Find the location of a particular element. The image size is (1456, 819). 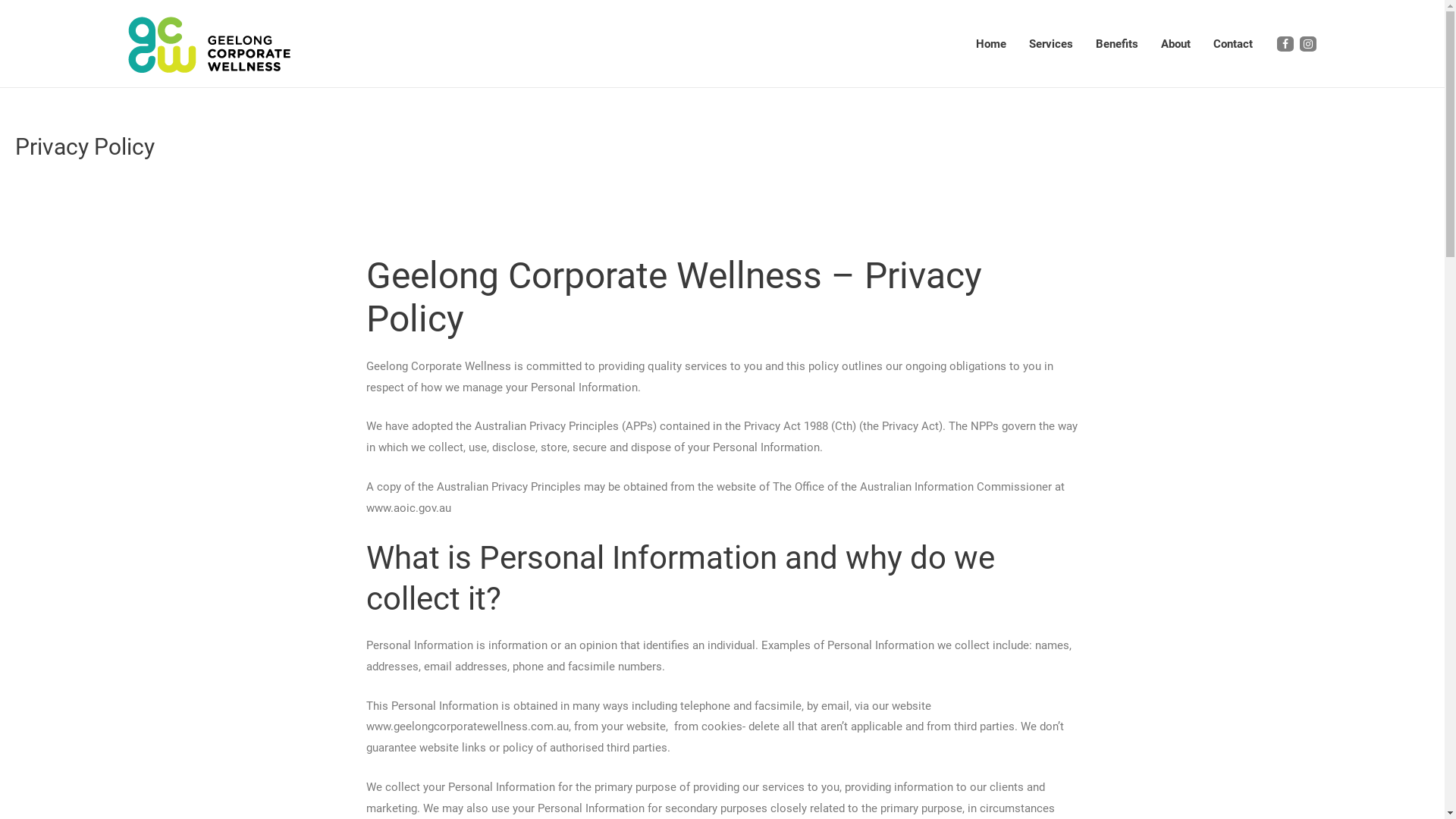

'Contact' is located at coordinates (1200, 42).